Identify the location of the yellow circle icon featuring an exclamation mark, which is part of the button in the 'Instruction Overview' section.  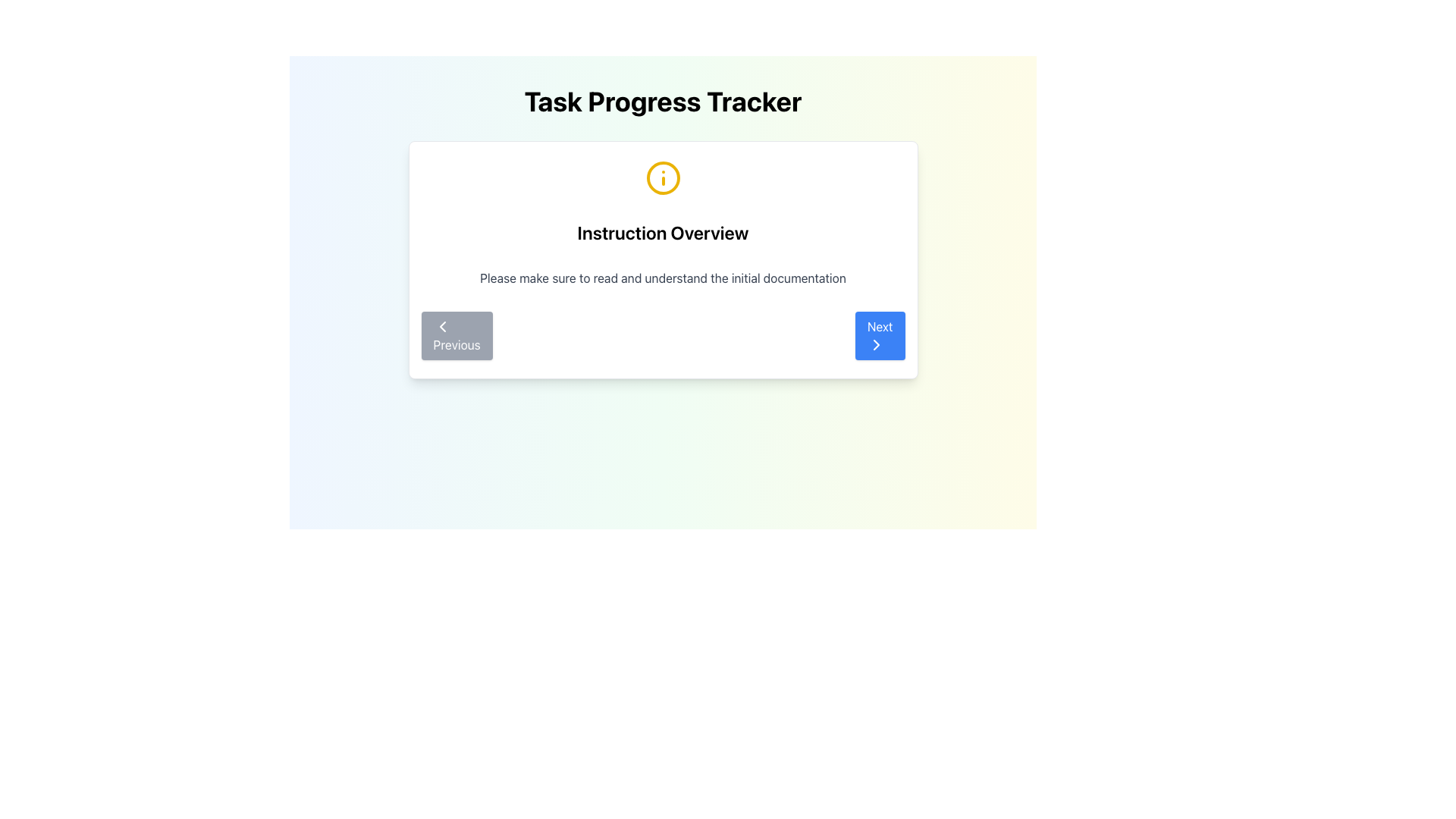
(663, 177).